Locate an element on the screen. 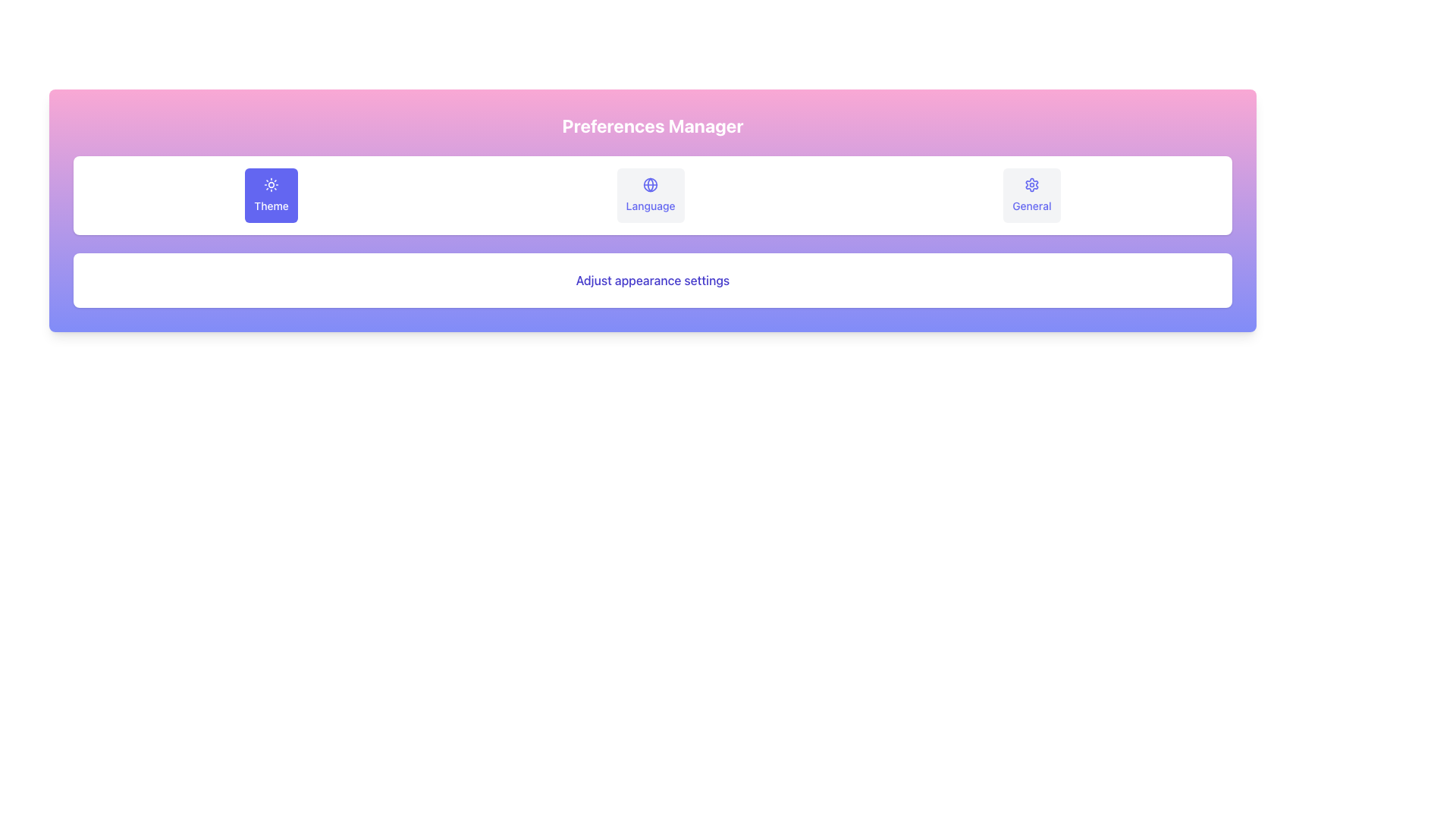  the rightmost rectangular button labeled 'General' with a blue gear icon above it is located at coordinates (1031, 195).